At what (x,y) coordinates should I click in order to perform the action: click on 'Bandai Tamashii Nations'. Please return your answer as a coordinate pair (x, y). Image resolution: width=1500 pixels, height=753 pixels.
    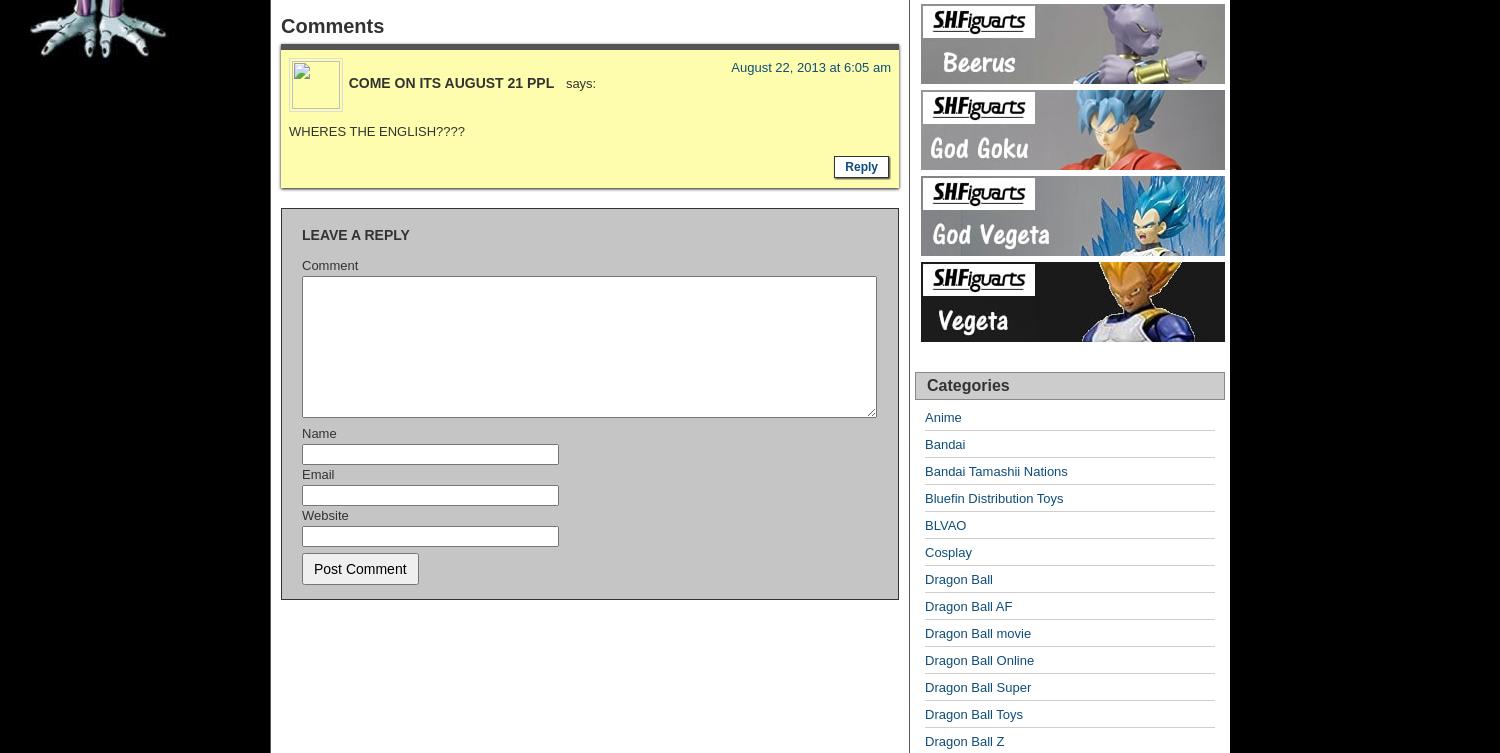
    Looking at the image, I should click on (995, 470).